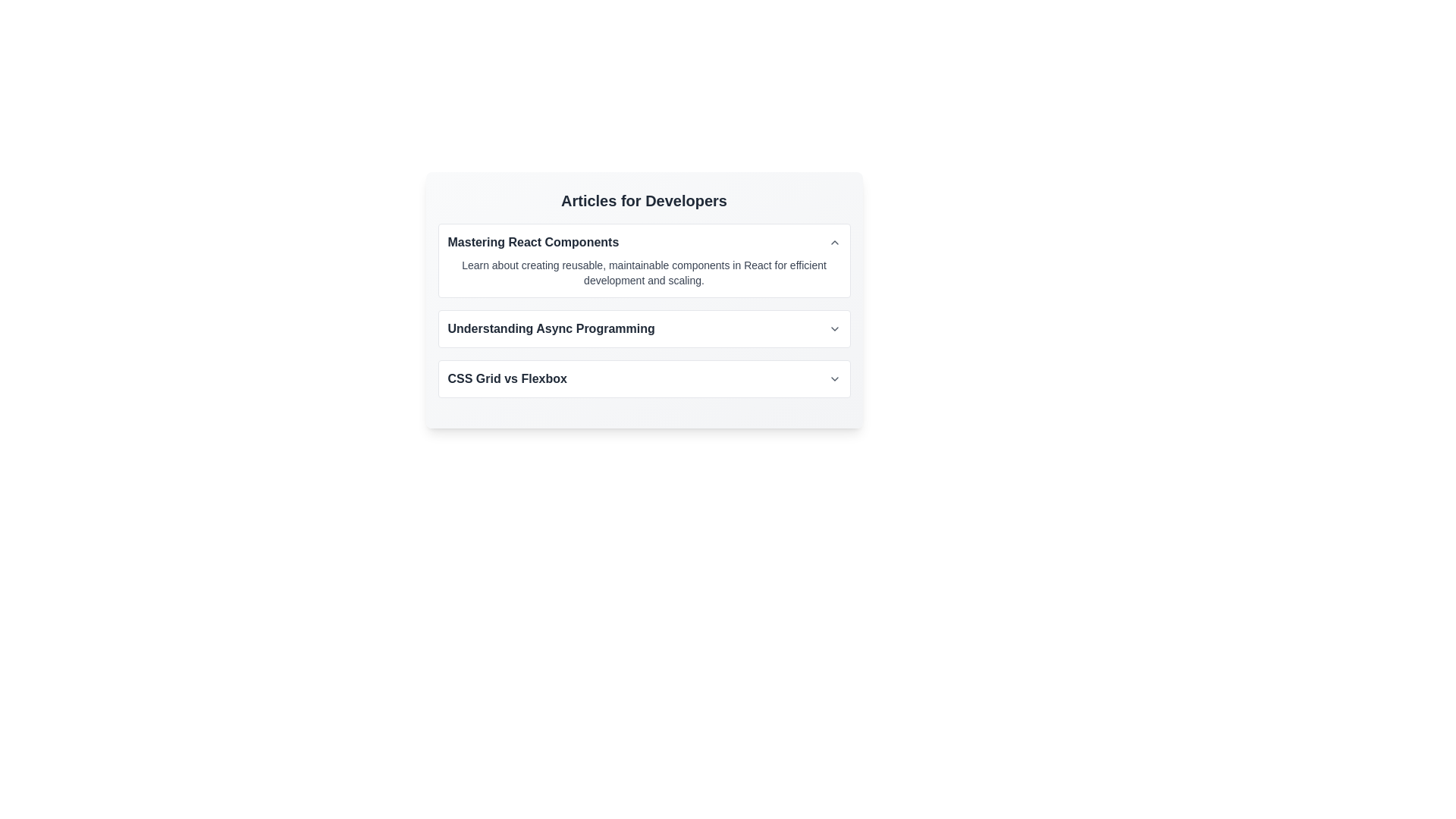 The image size is (1456, 819). Describe the element at coordinates (533, 242) in the screenshot. I see `text label that serves as a heading for an expandable section about mastering React components, positioned in the 'Articles for Developers' section, above the entry 'Understanding Async Programming'` at that location.